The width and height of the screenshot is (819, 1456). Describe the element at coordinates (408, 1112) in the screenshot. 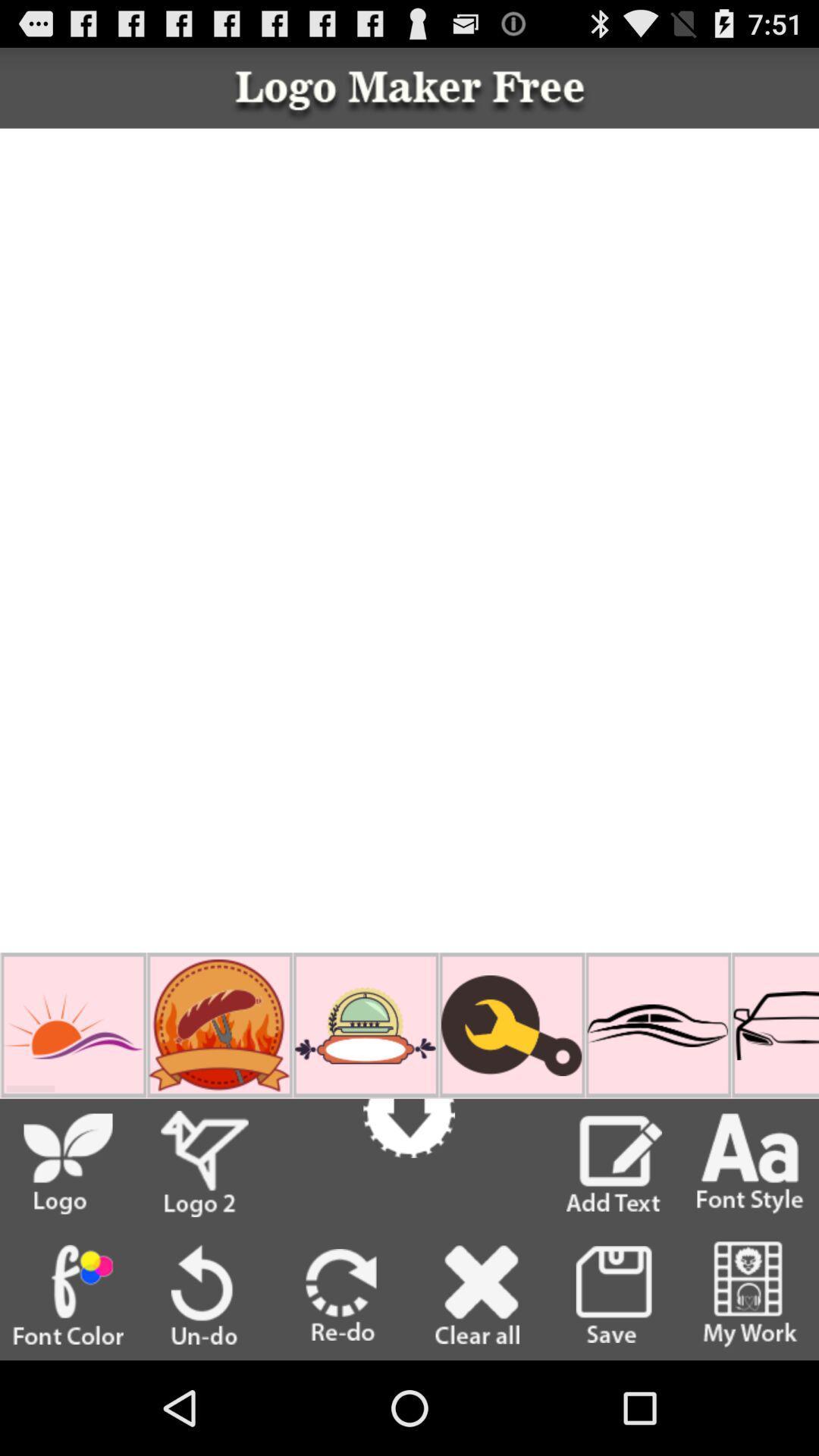

I see `the downward icon` at that location.